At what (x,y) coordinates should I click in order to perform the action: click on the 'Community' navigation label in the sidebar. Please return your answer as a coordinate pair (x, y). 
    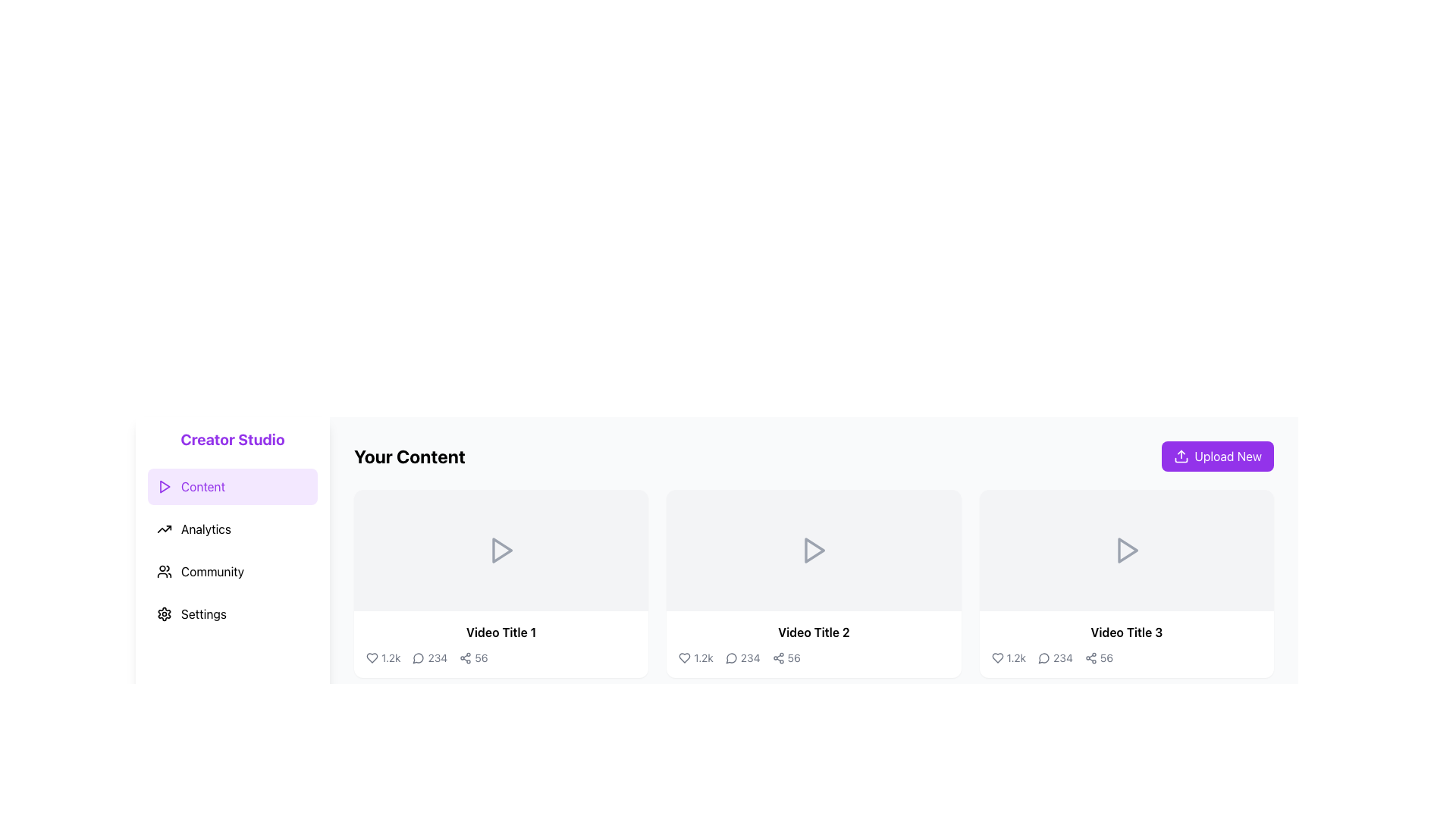
    Looking at the image, I should click on (212, 571).